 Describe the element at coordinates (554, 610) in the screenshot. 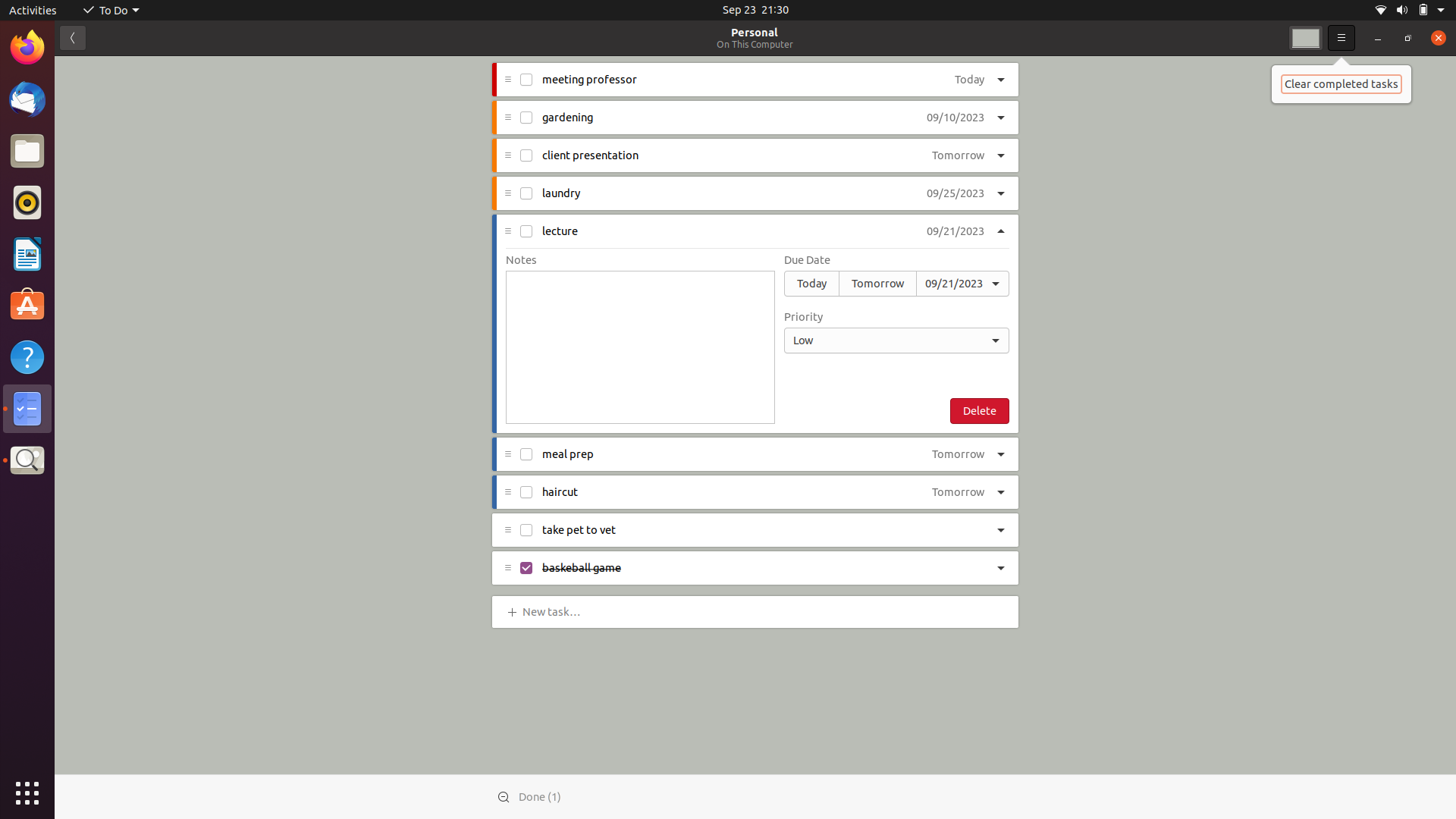

I see `the "new task" option` at that location.